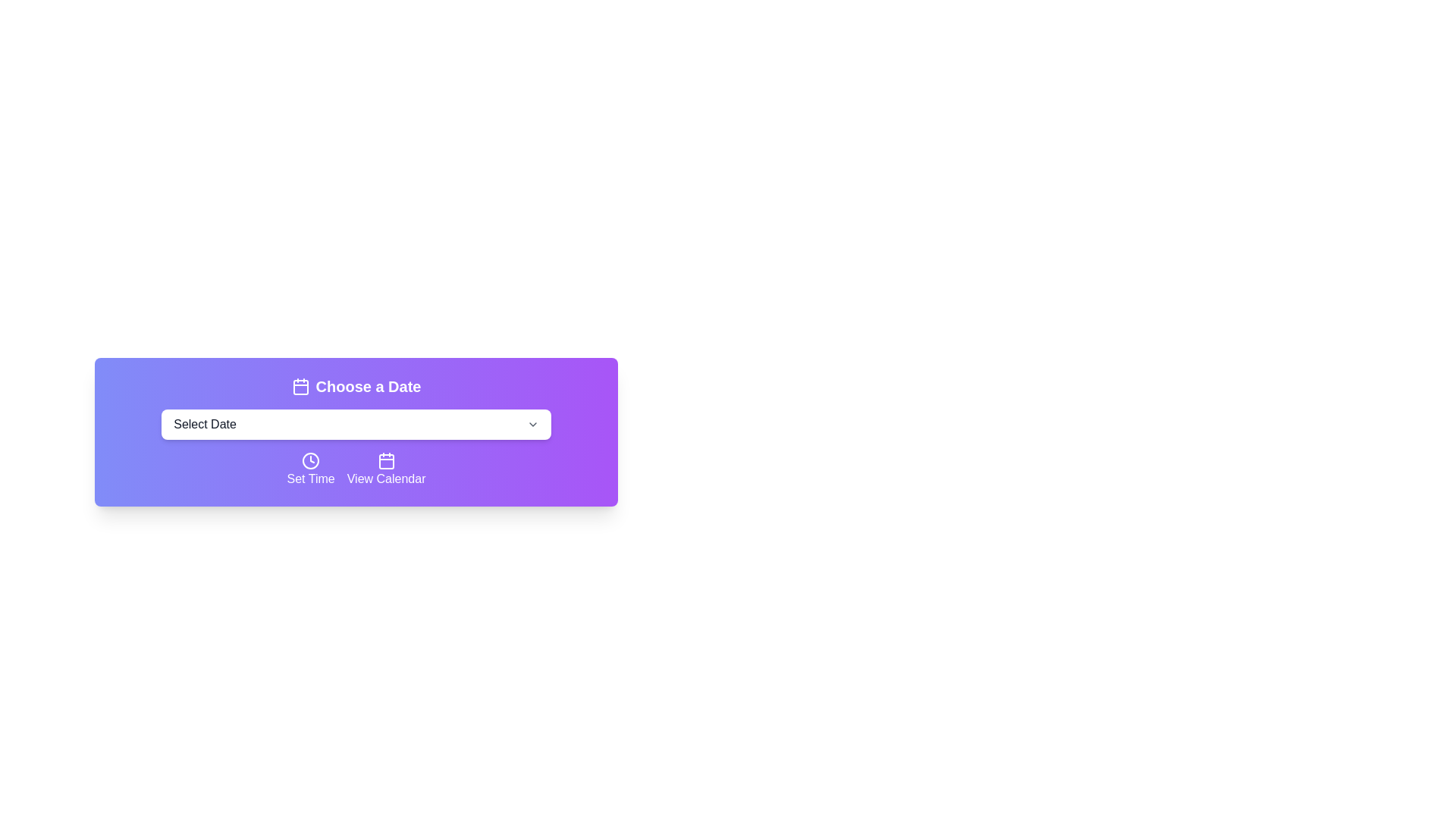  Describe the element at coordinates (356, 385) in the screenshot. I see `the header text labeled 'Choose a Date' which is styled in bold, extra-large font with a white color on a purple gradient background, accompanied by a small white calendar icon` at that location.